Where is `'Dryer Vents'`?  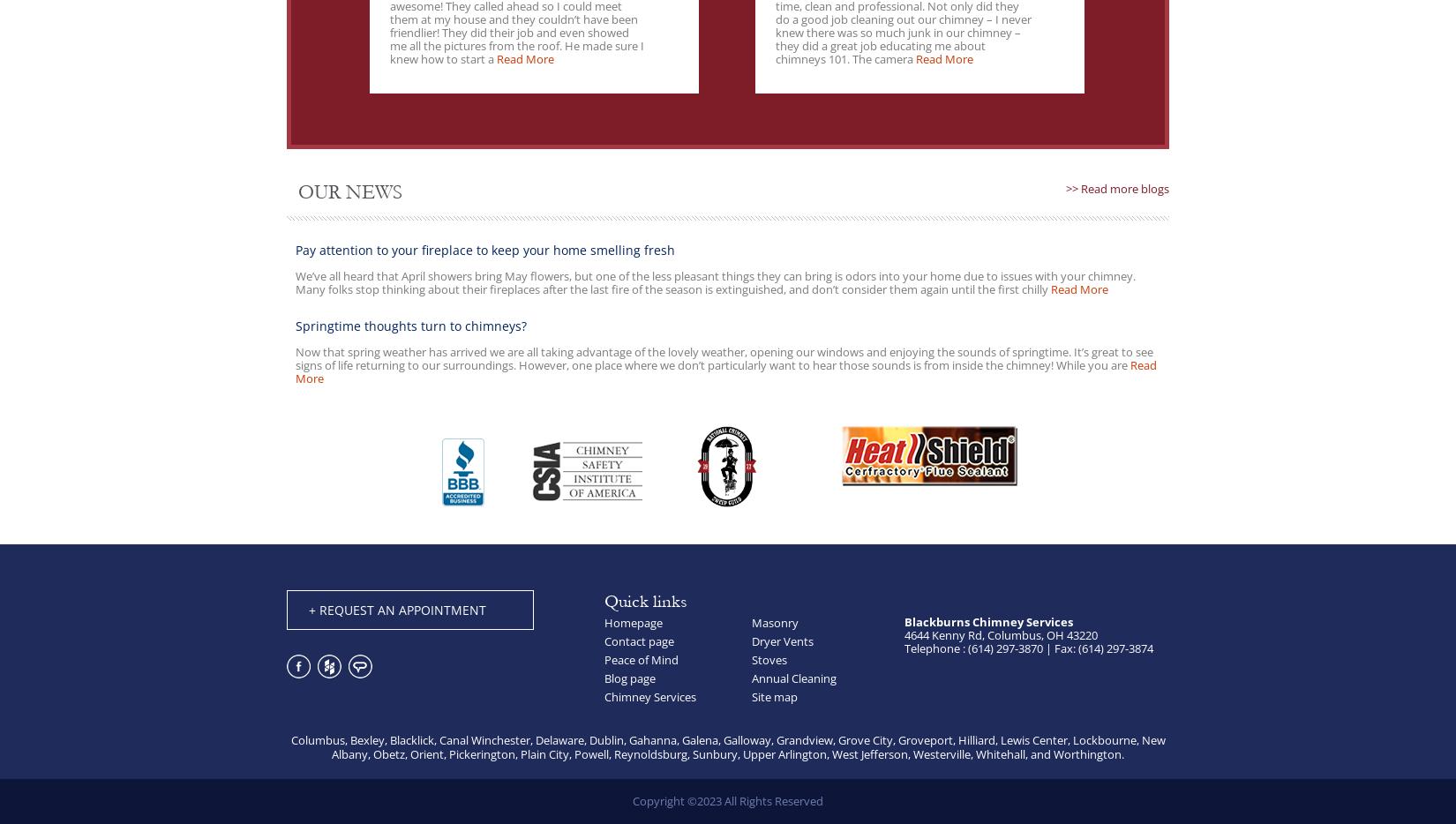 'Dryer Vents' is located at coordinates (782, 641).